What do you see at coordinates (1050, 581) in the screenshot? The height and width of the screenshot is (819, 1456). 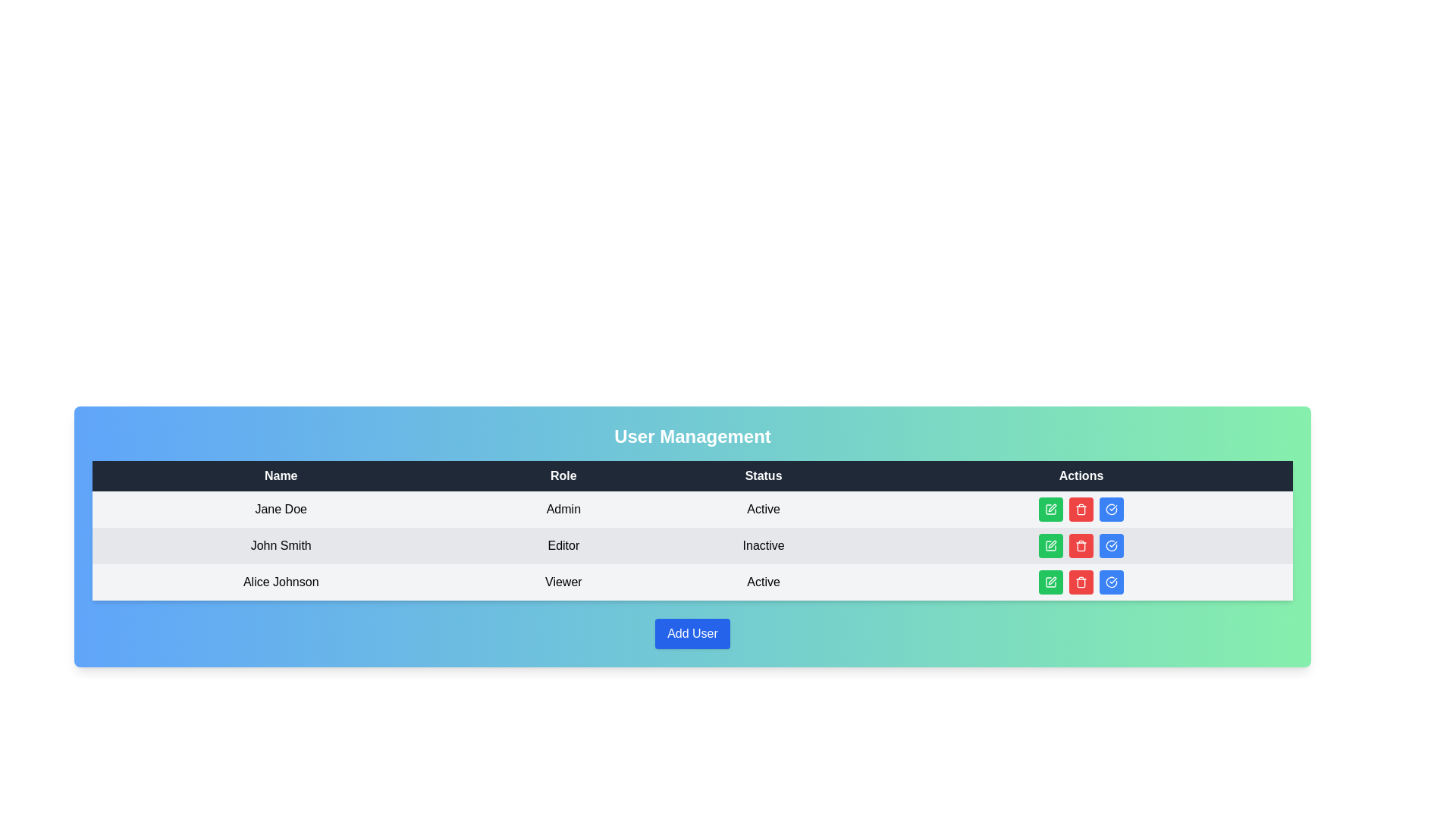 I see `the small square green button with a white pen icon located in the 'Actions' column of the User Management table, corresponding to 'Alice Johnson'` at bounding box center [1050, 581].